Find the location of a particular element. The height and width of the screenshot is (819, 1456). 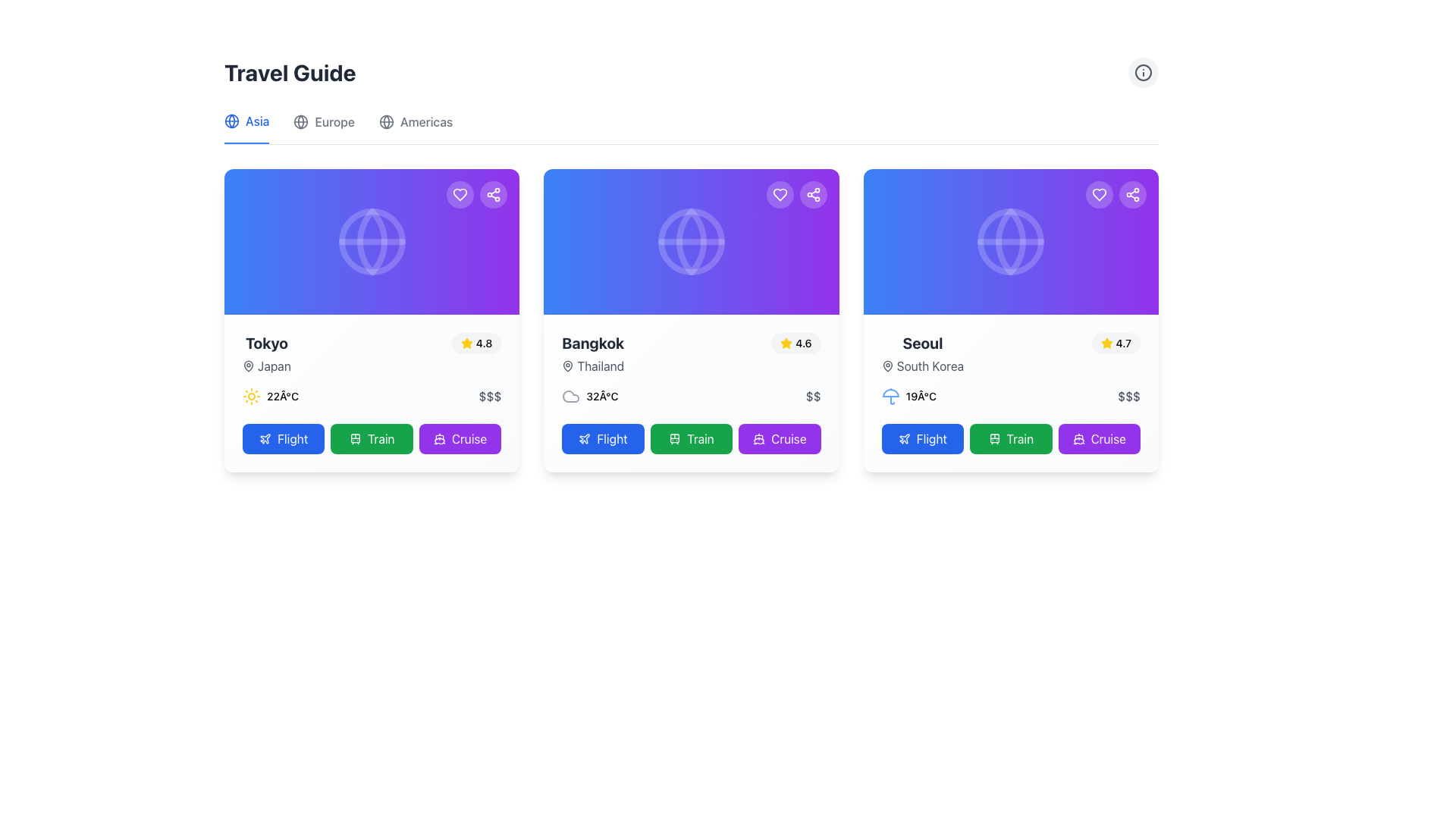

the circular button with a semi-transparent white background and a white heart icon located in the upper-right corner of the 'Seoul' destination card to mark the destination as a favorite is located at coordinates (1099, 194).